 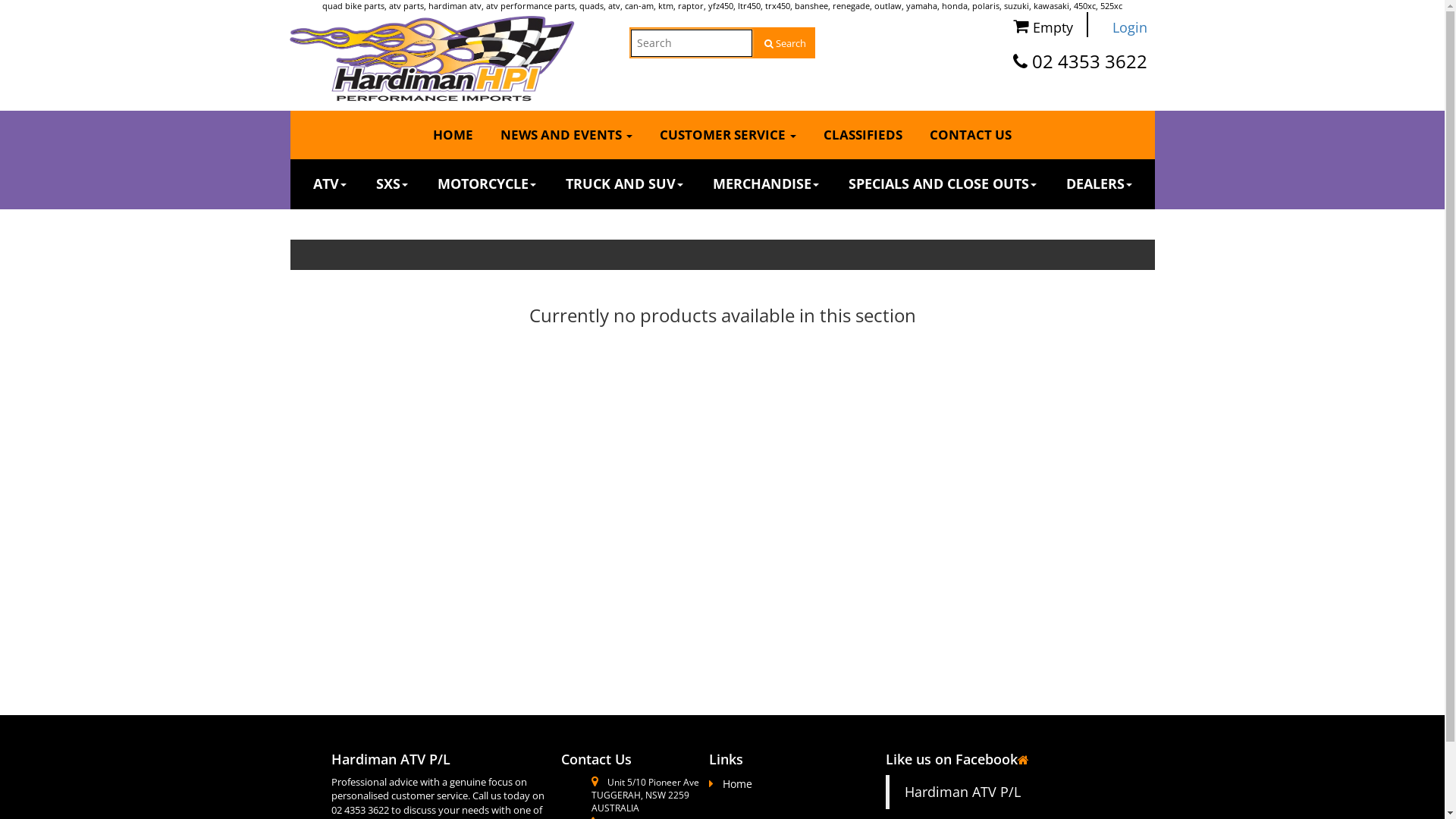 I want to click on 'HOME', so click(x=452, y=133).